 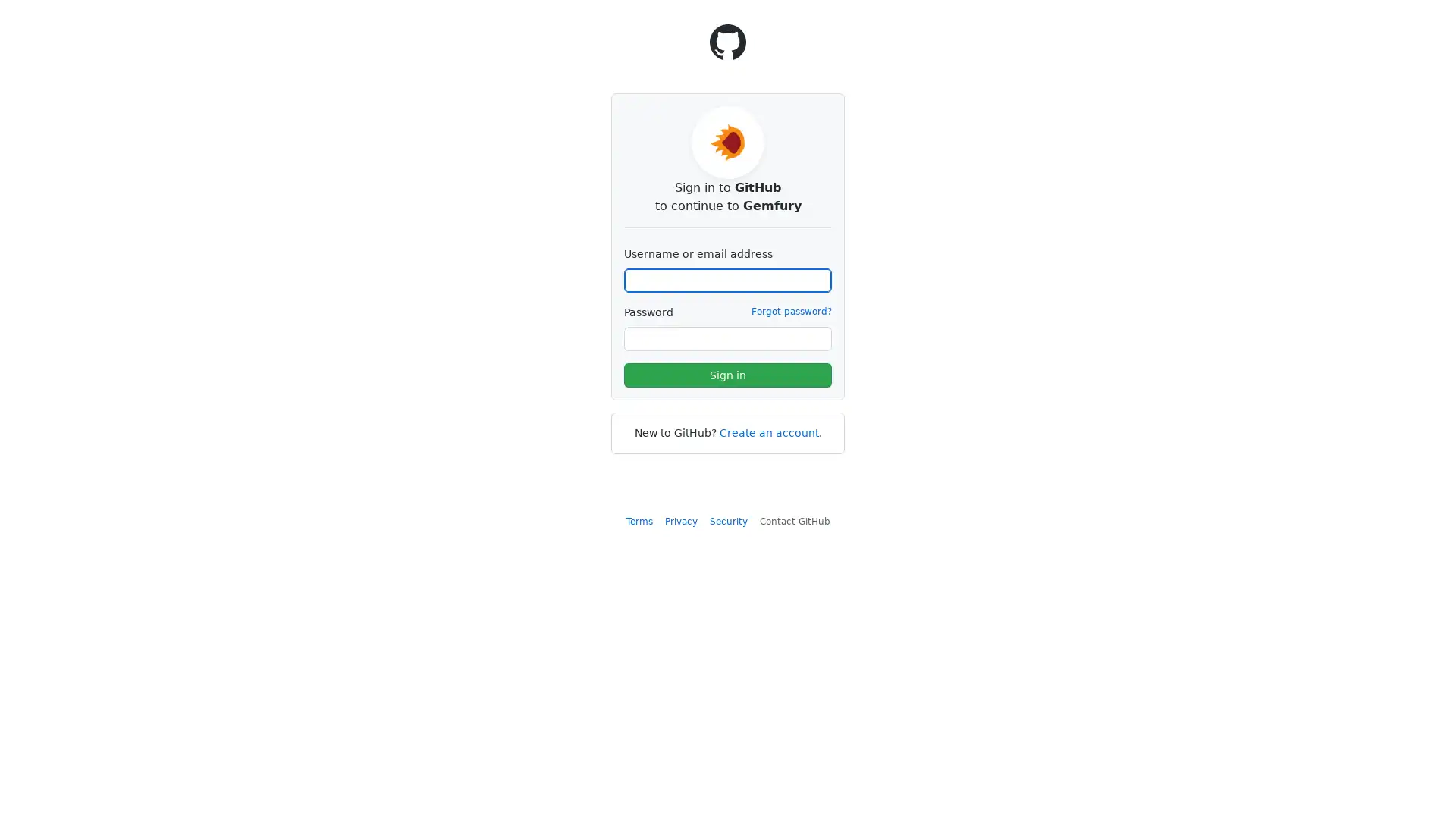 I want to click on Sign in, so click(x=728, y=375).